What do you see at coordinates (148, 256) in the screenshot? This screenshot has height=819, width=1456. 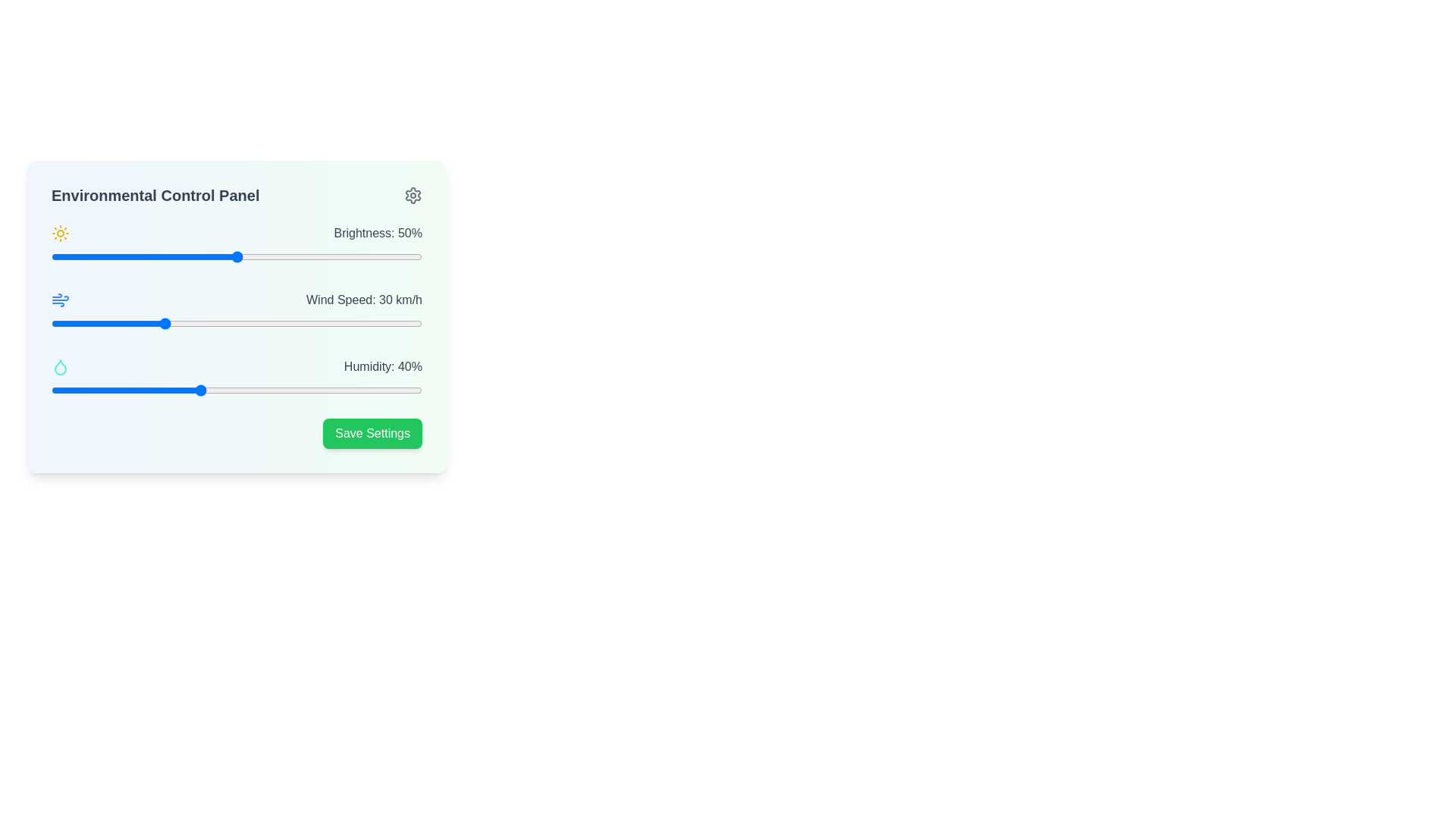 I see `the slider value` at bounding box center [148, 256].